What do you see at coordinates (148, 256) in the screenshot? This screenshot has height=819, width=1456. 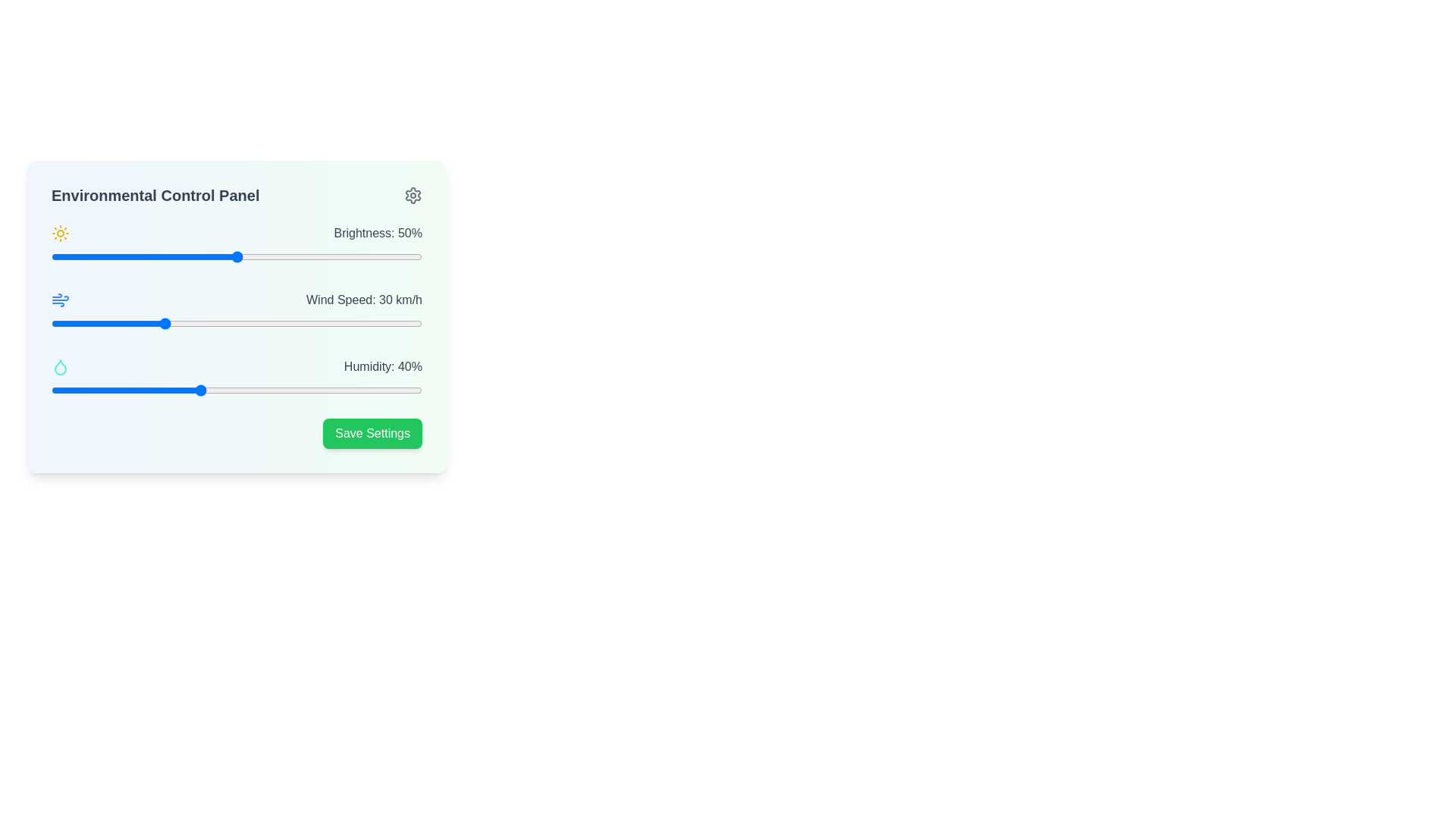 I see `the slider value` at bounding box center [148, 256].